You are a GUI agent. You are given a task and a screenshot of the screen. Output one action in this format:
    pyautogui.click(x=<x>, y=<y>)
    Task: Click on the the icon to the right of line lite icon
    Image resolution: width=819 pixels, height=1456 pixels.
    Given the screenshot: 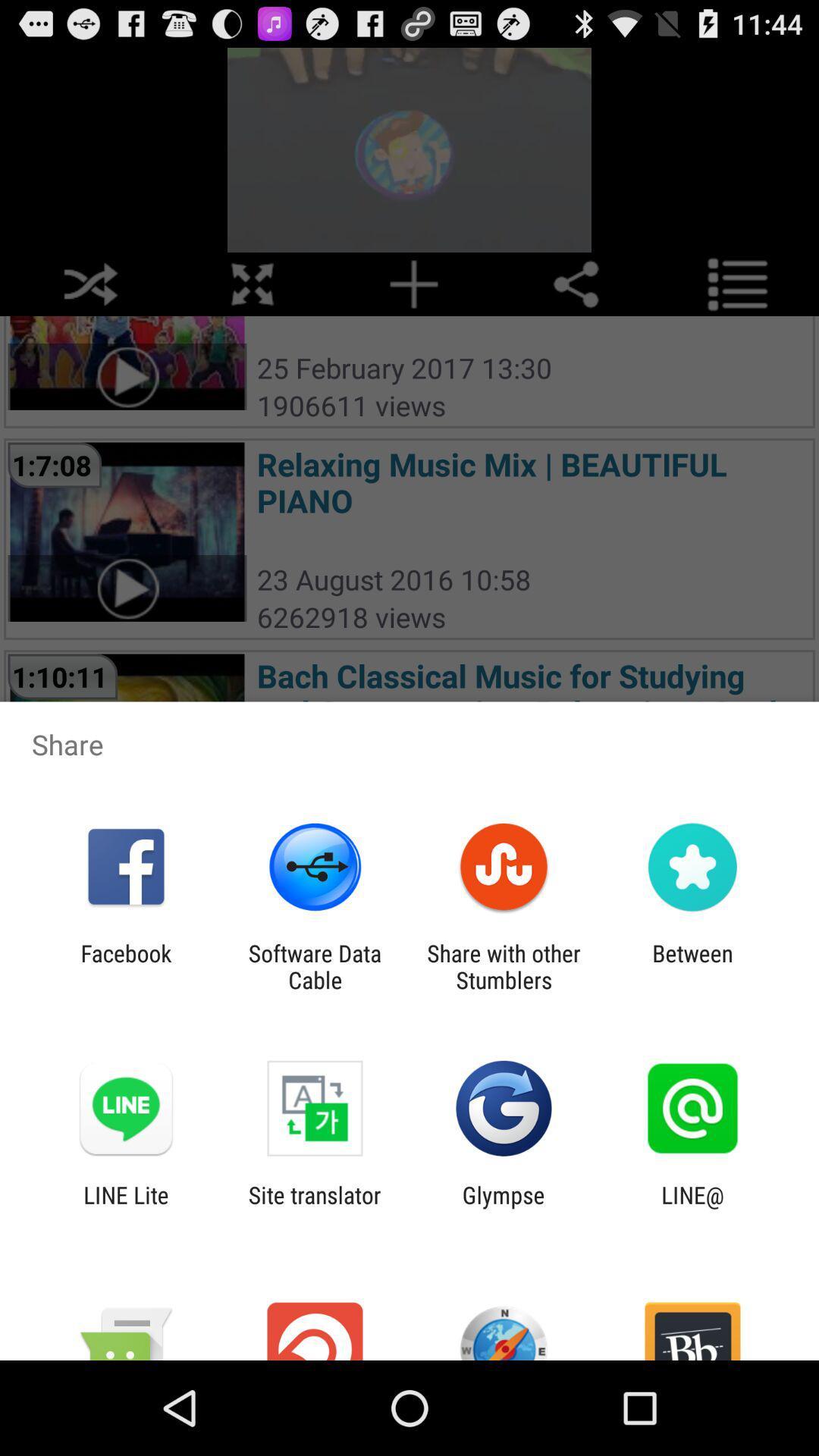 What is the action you would take?
    pyautogui.click(x=314, y=1207)
    